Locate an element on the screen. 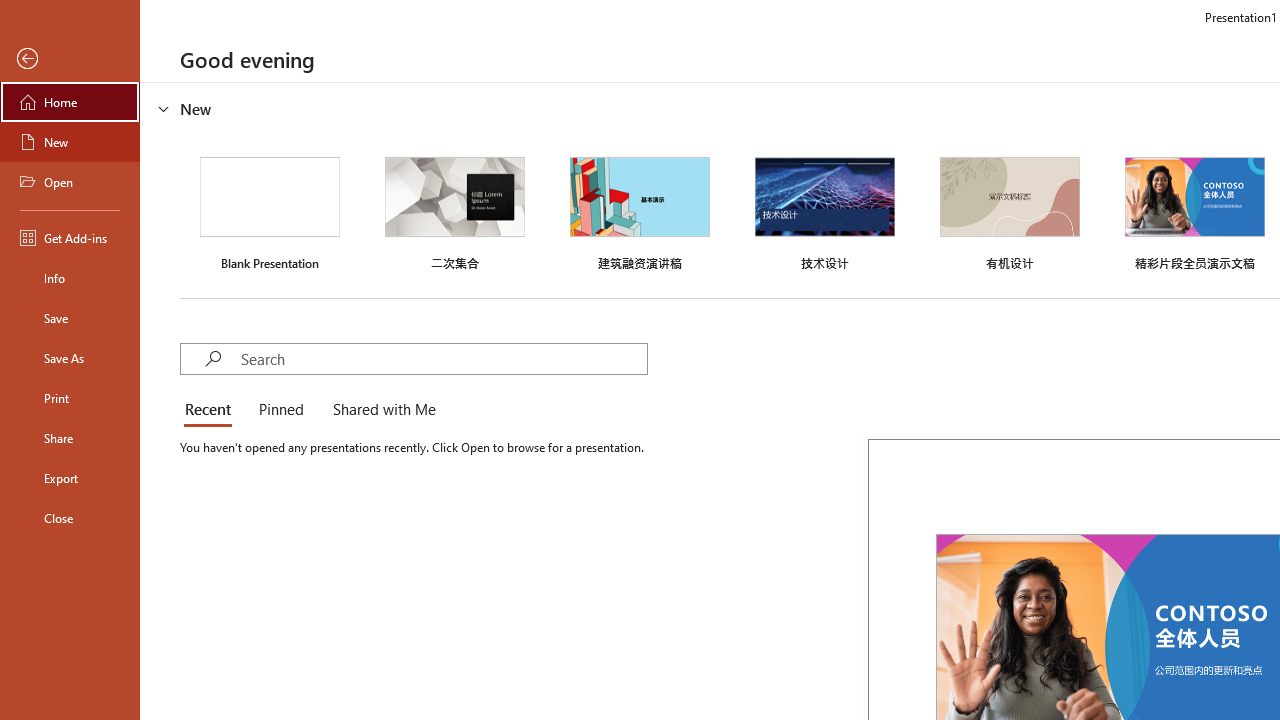 This screenshot has width=1280, height=720. 'Shared with Me' is located at coordinates (380, 410).